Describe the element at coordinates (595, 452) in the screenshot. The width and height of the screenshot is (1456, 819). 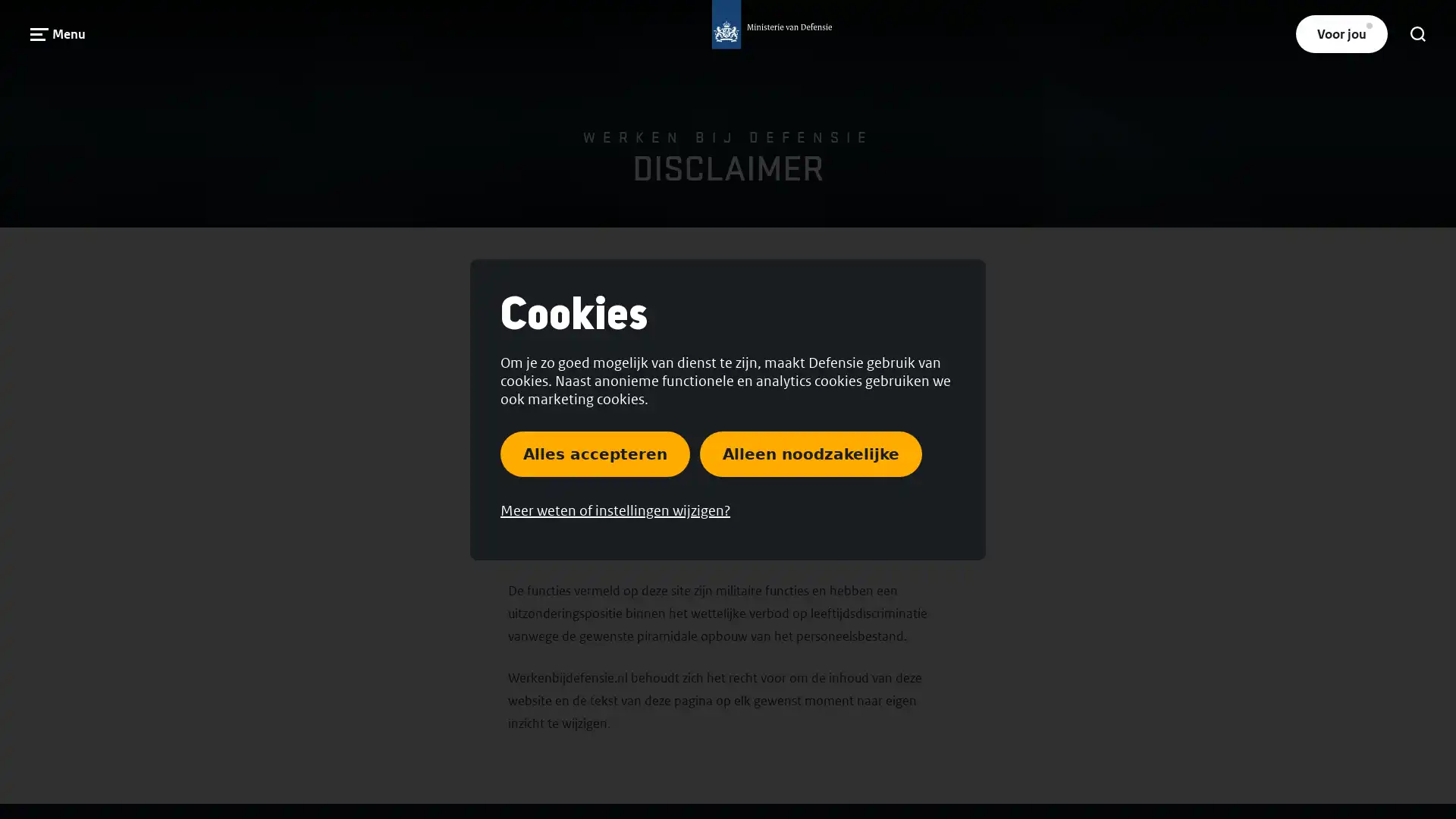
I see `Alles accepteren` at that location.